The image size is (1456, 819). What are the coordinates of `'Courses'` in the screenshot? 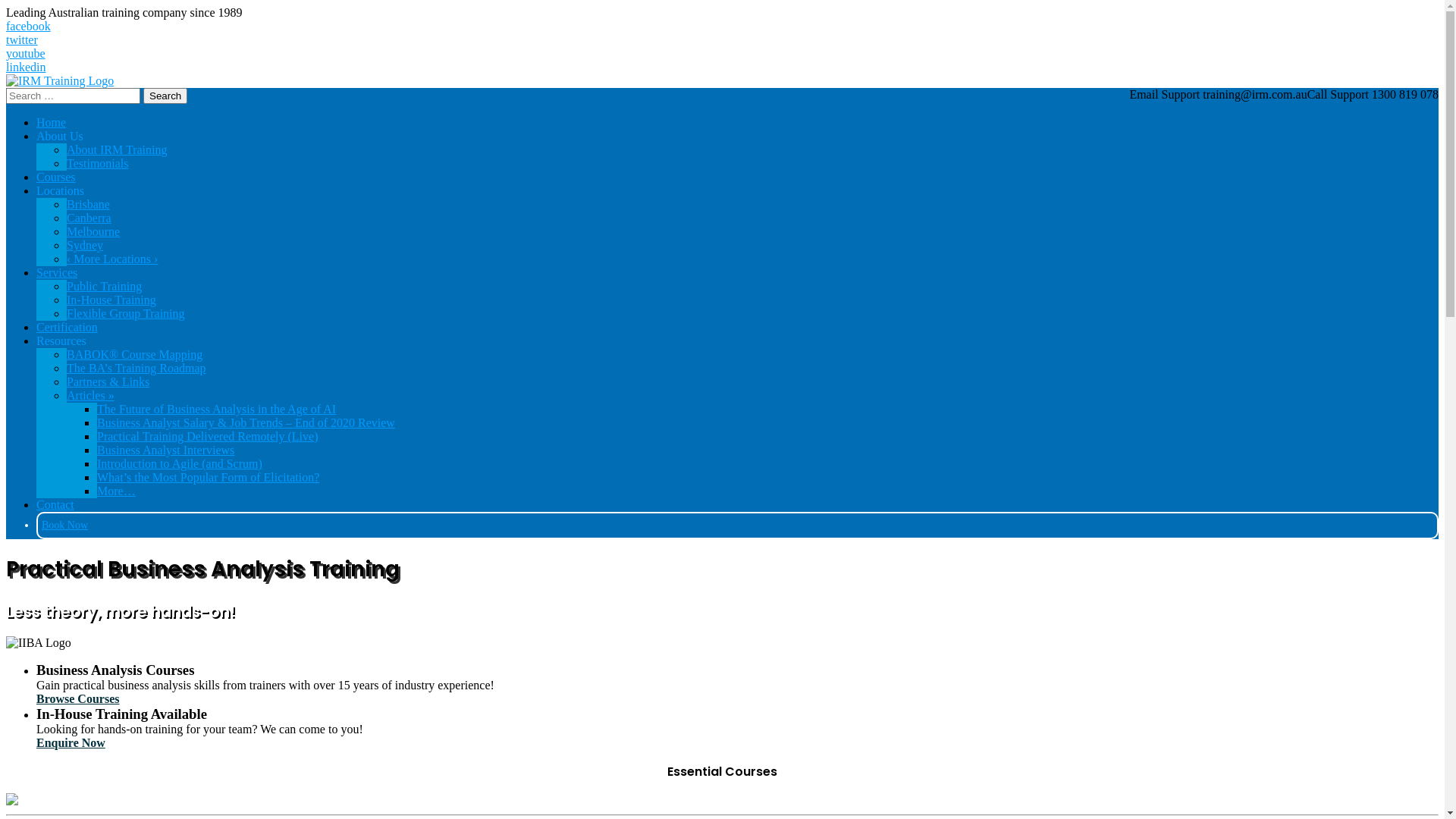 It's located at (55, 176).